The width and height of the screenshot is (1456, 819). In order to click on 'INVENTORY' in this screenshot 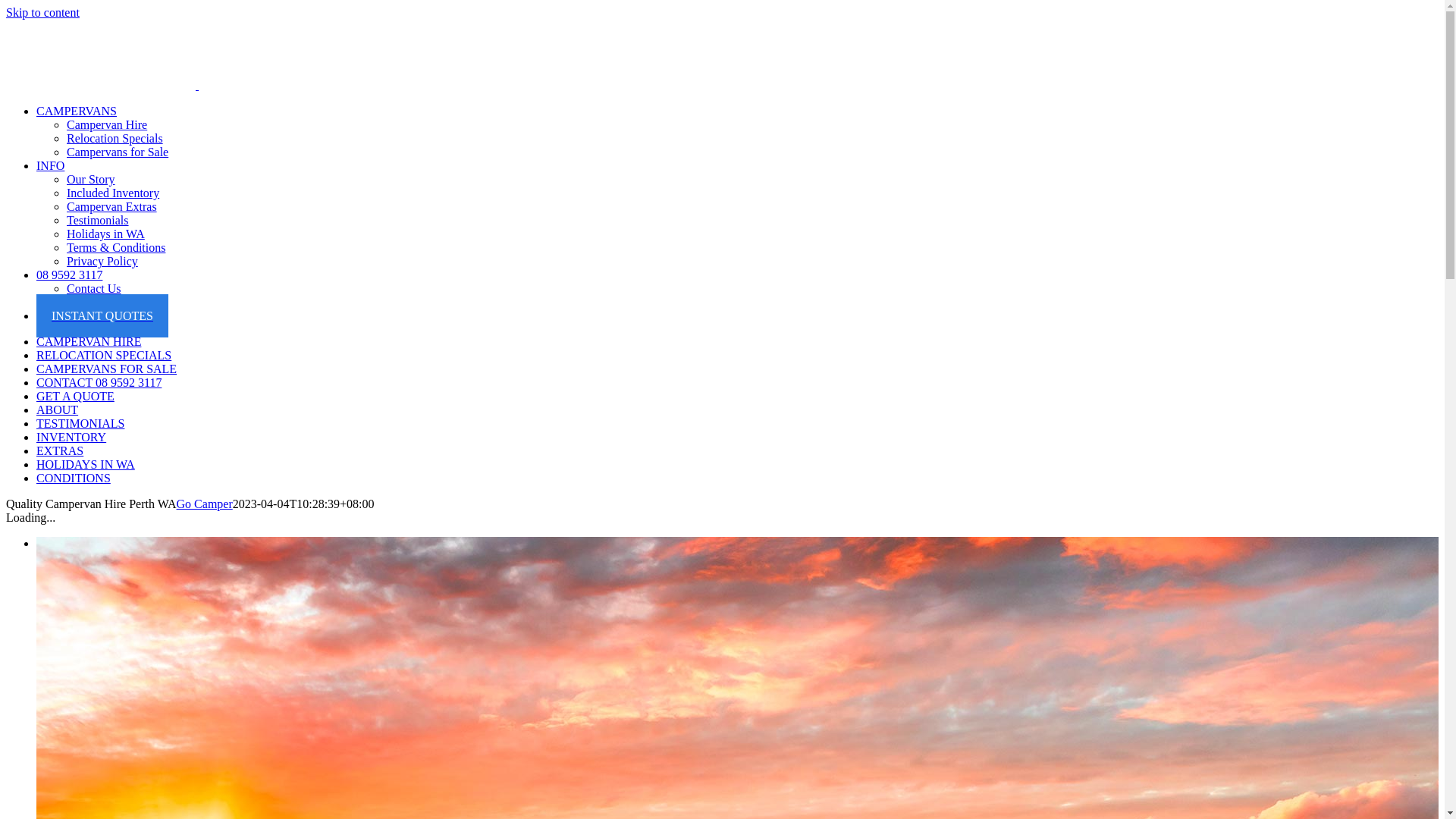, I will do `click(36, 437)`.